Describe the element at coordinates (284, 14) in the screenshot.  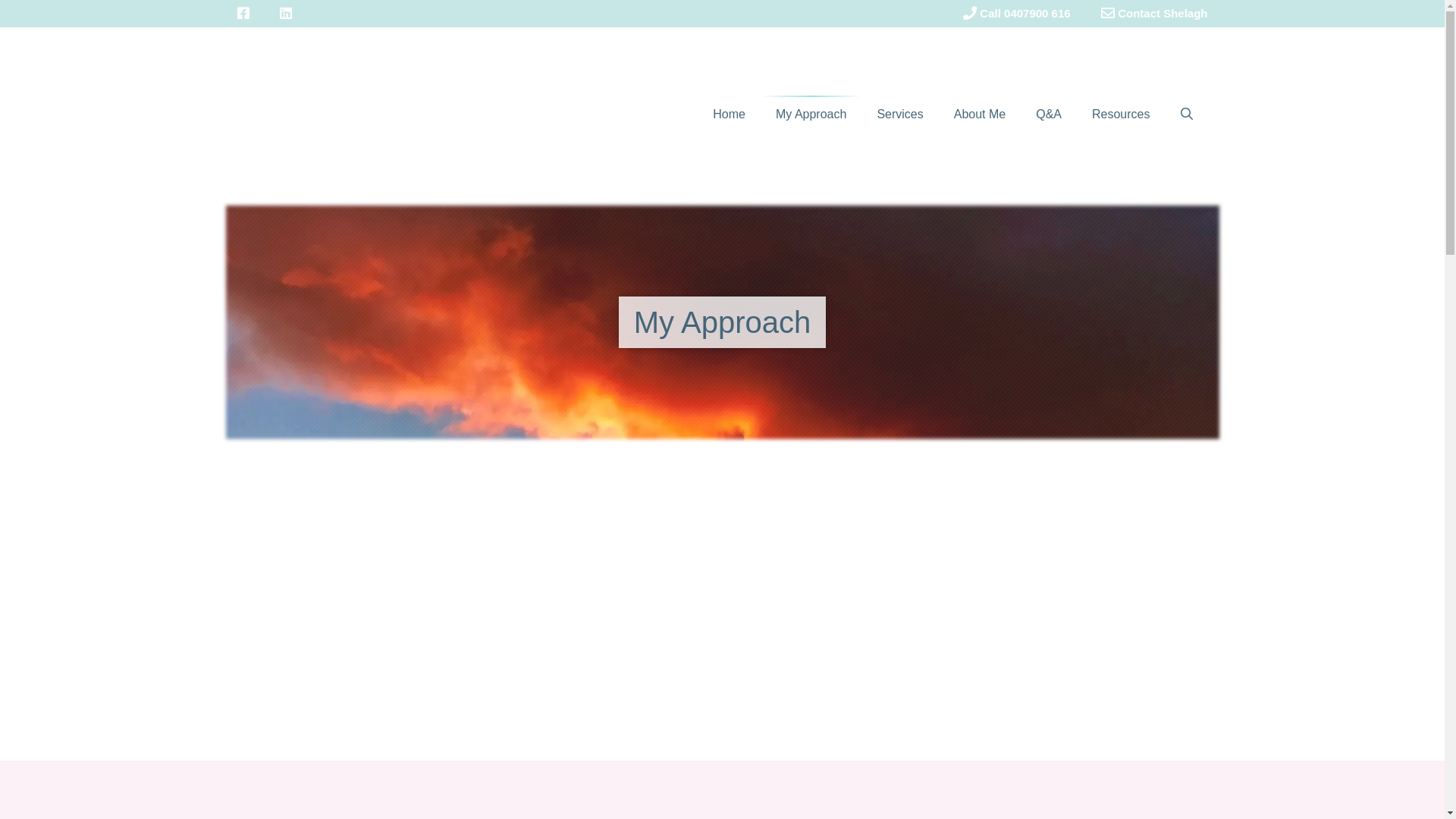
I see `'Linked In'` at that location.